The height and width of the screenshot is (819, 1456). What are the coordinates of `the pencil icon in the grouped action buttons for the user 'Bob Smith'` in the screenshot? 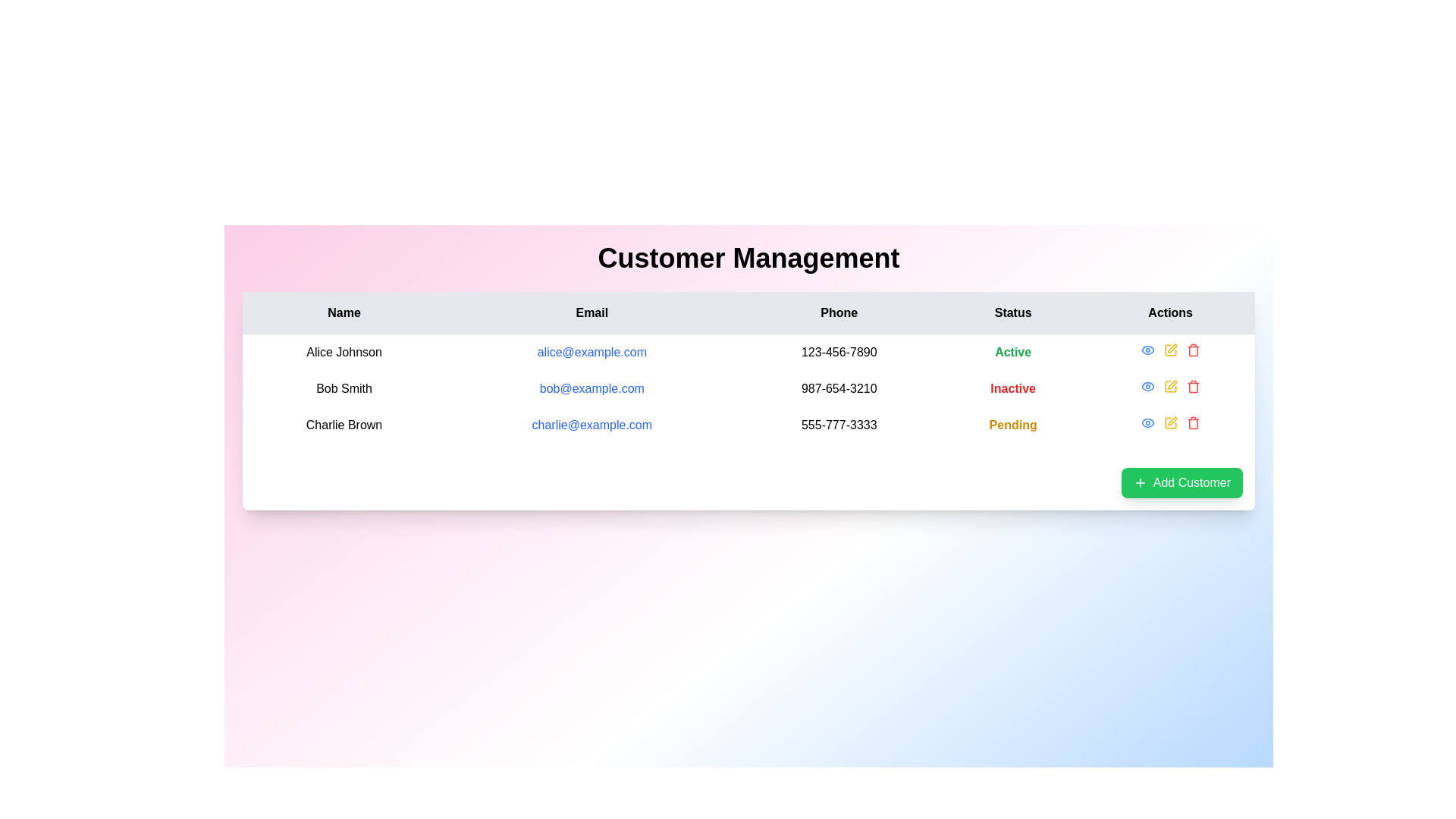 It's located at (1169, 385).